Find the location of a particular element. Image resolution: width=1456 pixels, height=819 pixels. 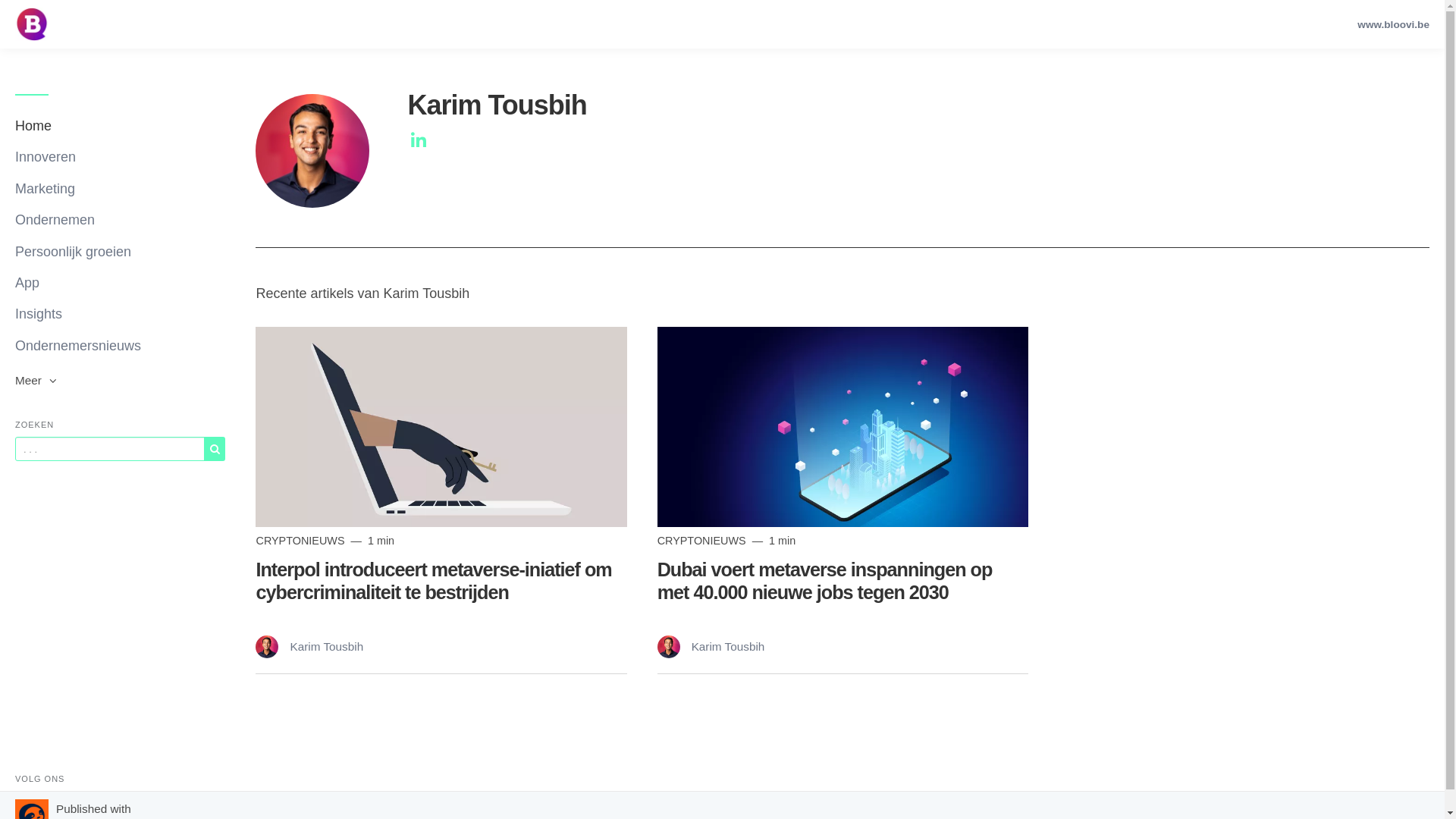

'www.bloovi.be' is located at coordinates (1393, 24).